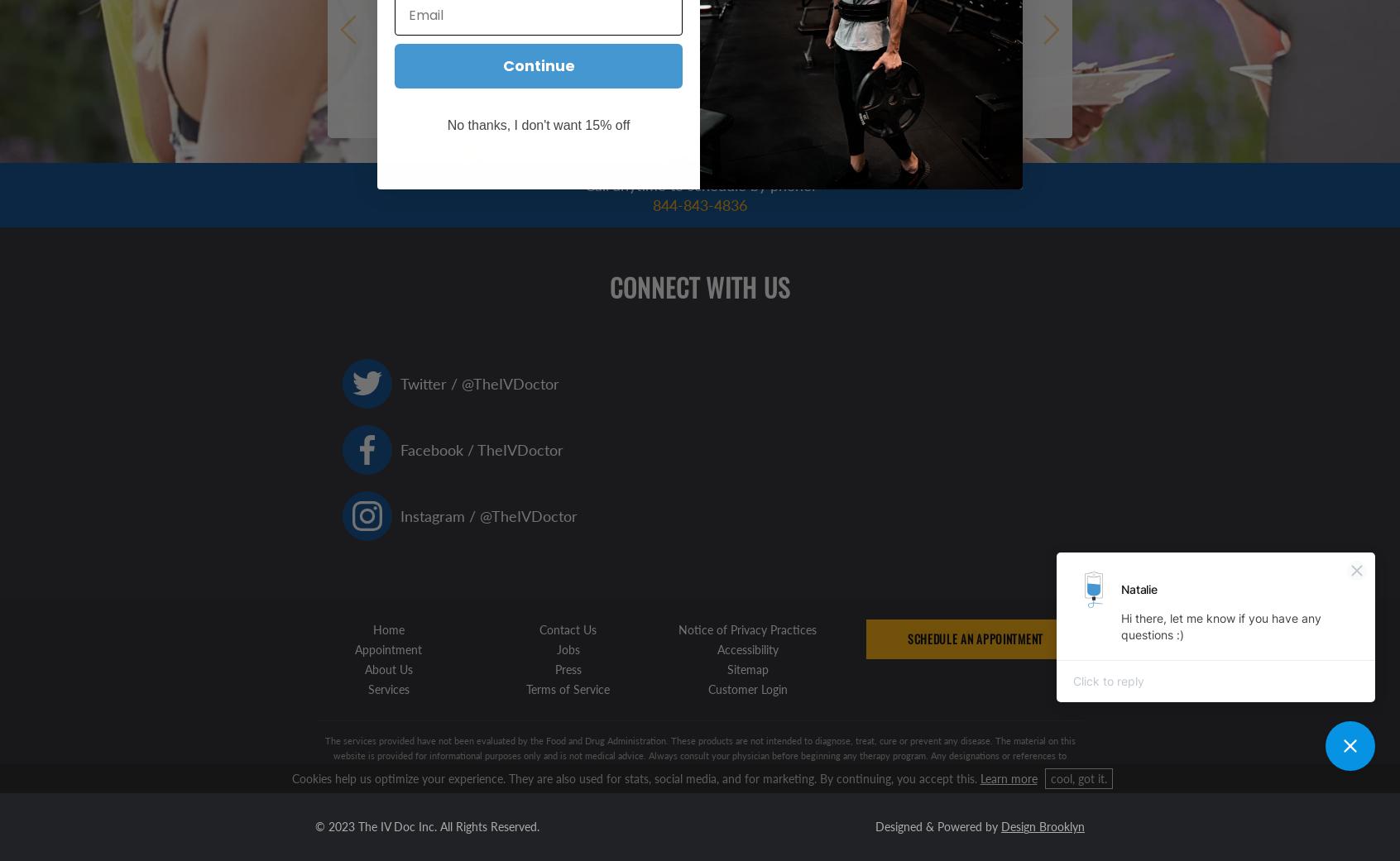  Describe the element at coordinates (387, 687) in the screenshot. I see `'Services'` at that location.